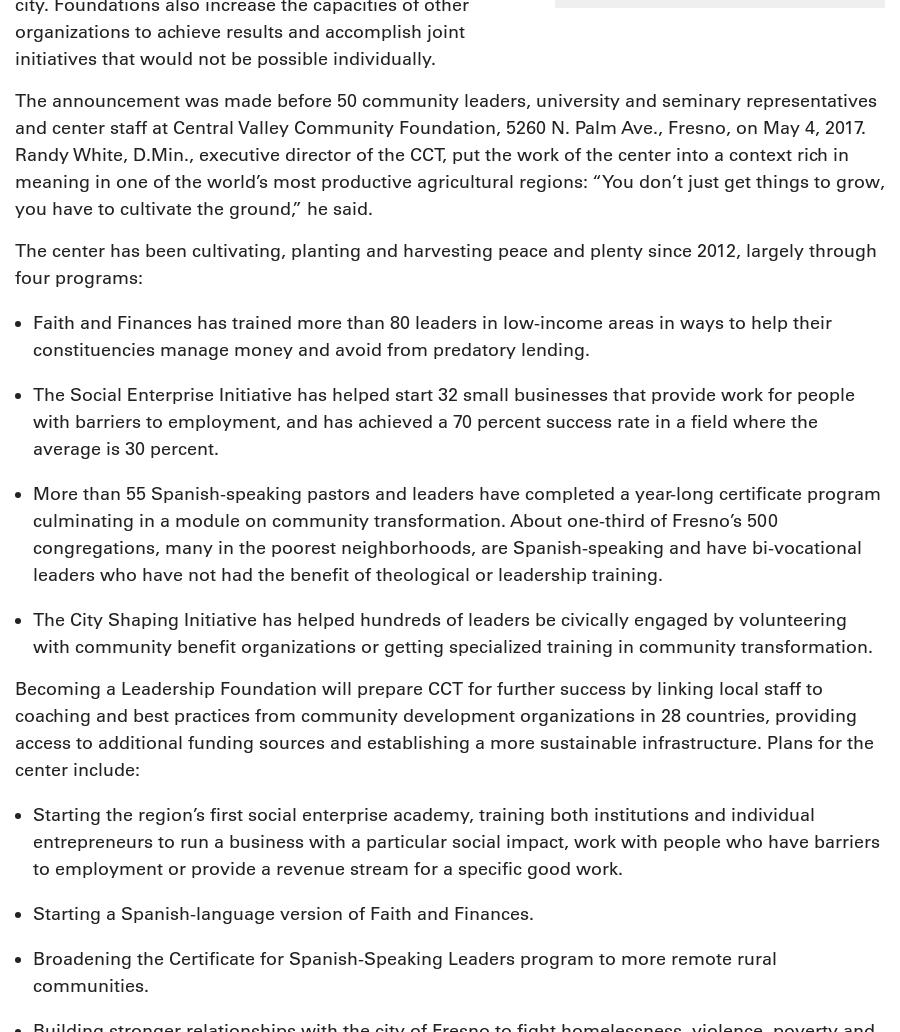  What do you see at coordinates (282, 913) in the screenshot?
I see `'Starting a Spanish-language version of Faith and Finances.'` at bounding box center [282, 913].